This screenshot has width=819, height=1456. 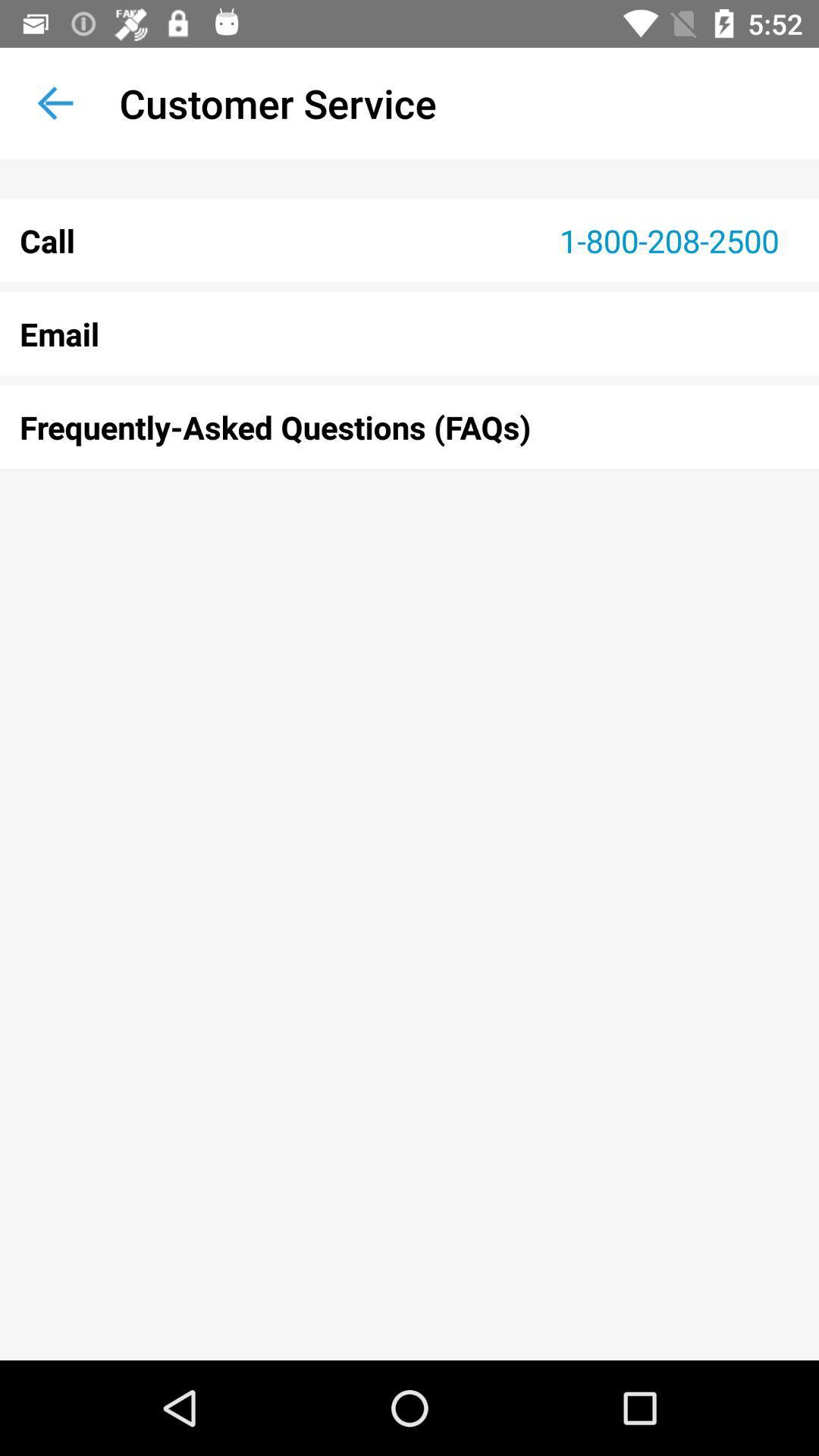 What do you see at coordinates (55, 102) in the screenshot?
I see `the icon to the left of the customer service` at bounding box center [55, 102].